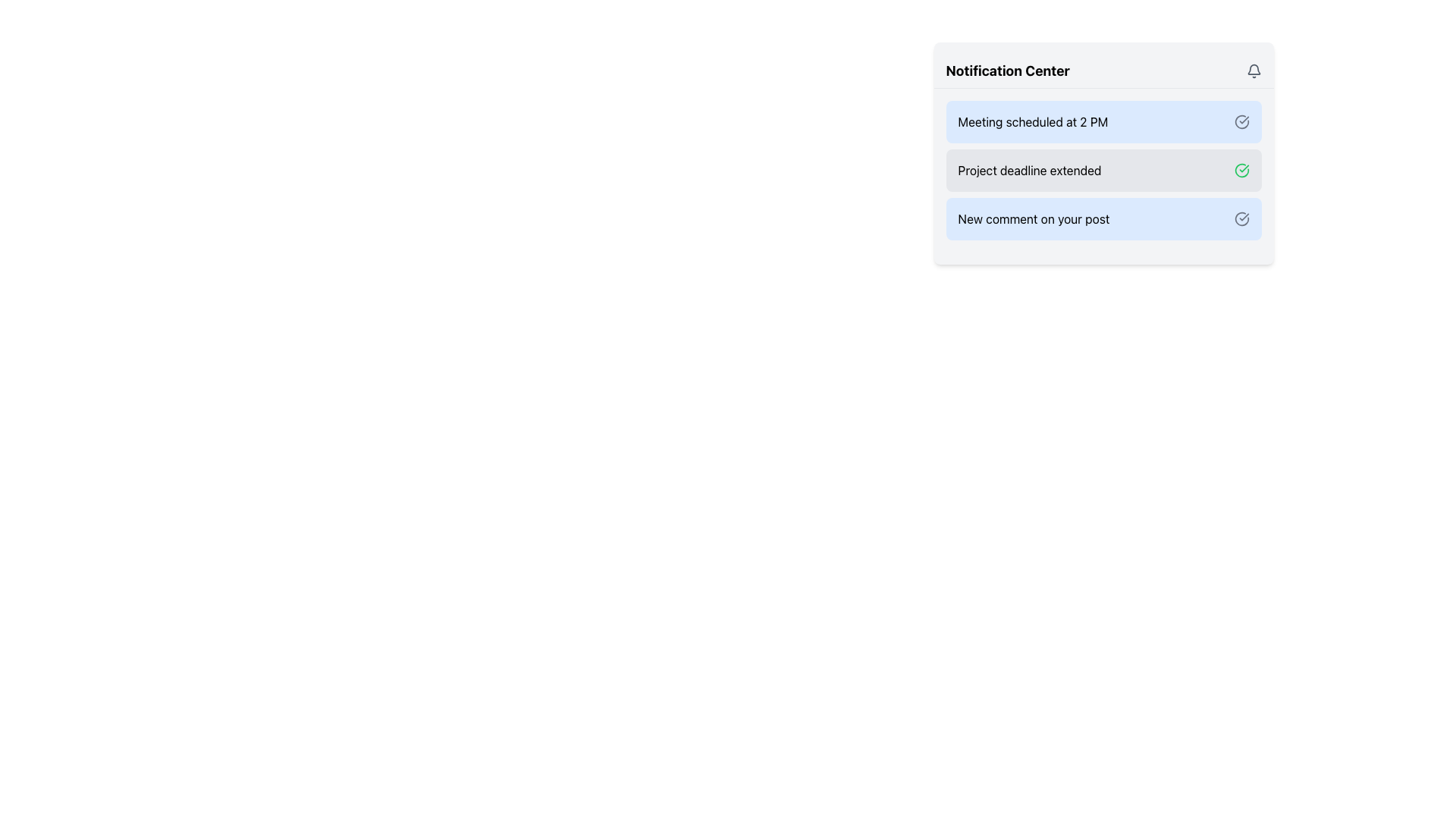 This screenshot has height=819, width=1456. Describe the element at coordinates (1241, 170) in the screenshot. I see `the circular graphic element featuring a green outline and a checkmark, located on the right side of the 'Project deadline extended' notification in the 'Notification Center' panel` at that location.